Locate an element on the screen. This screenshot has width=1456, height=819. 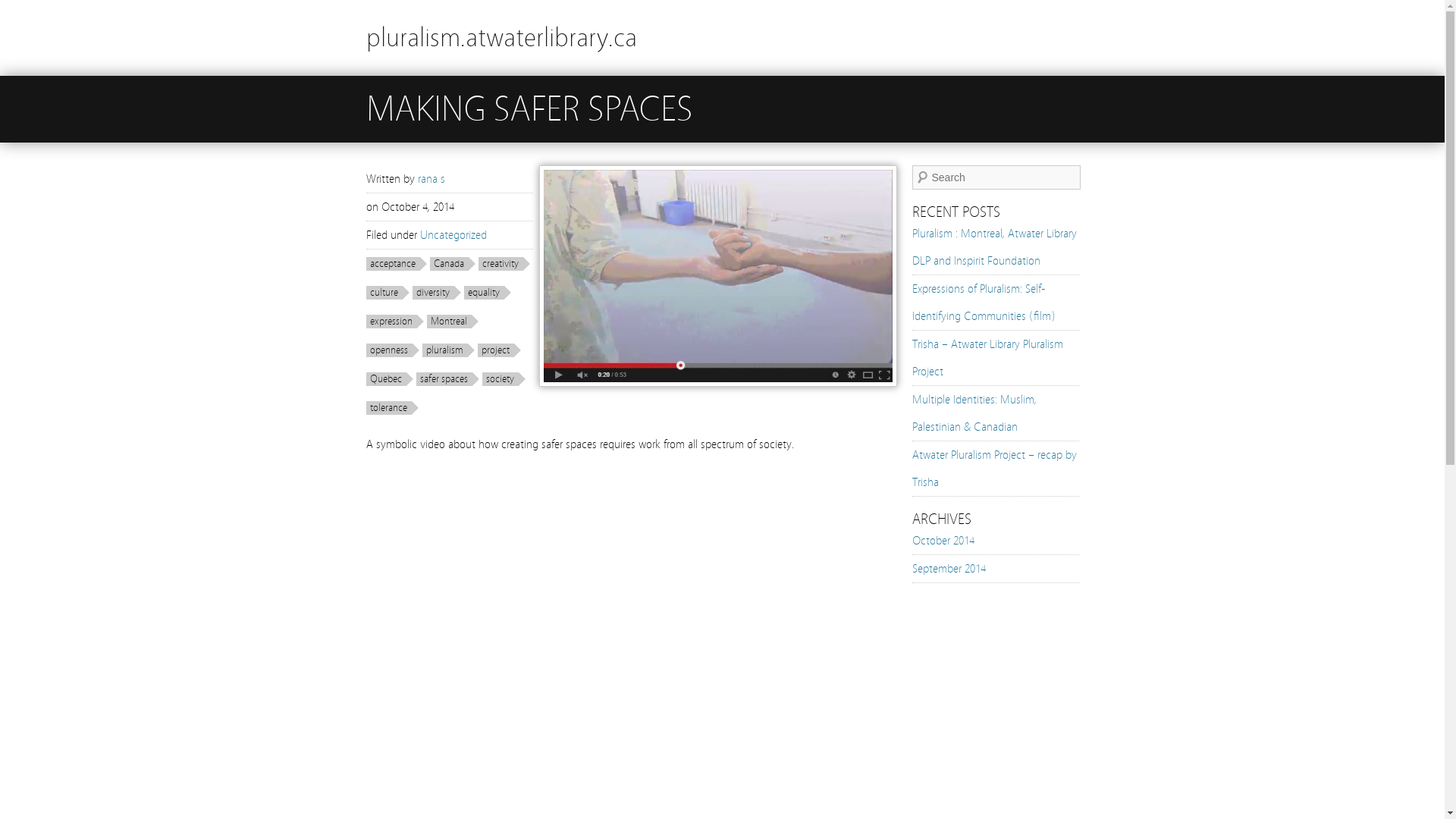
'rana s' is located at coordinates (429, 177).